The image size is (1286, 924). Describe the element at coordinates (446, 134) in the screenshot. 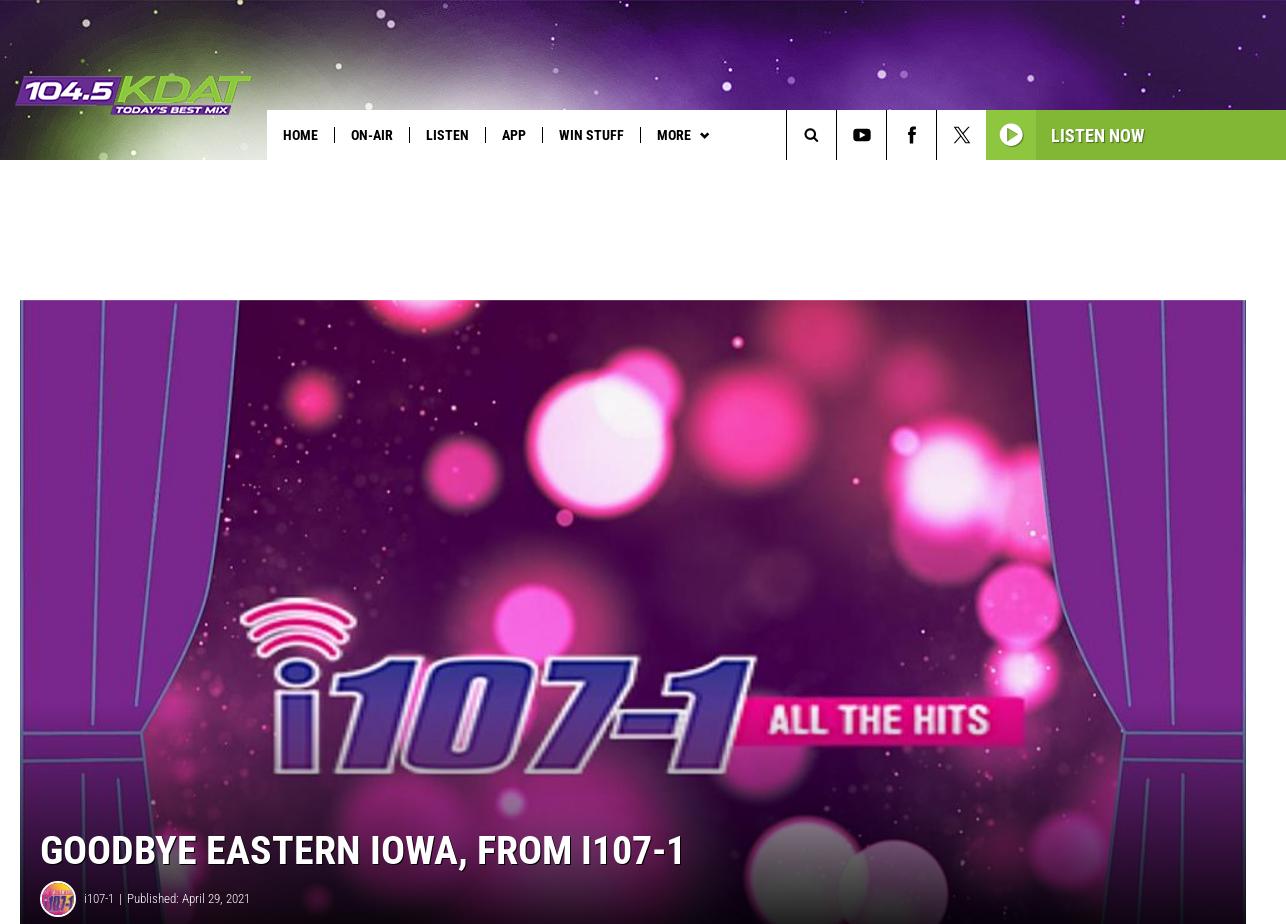

I see `'Listen'` at that location.